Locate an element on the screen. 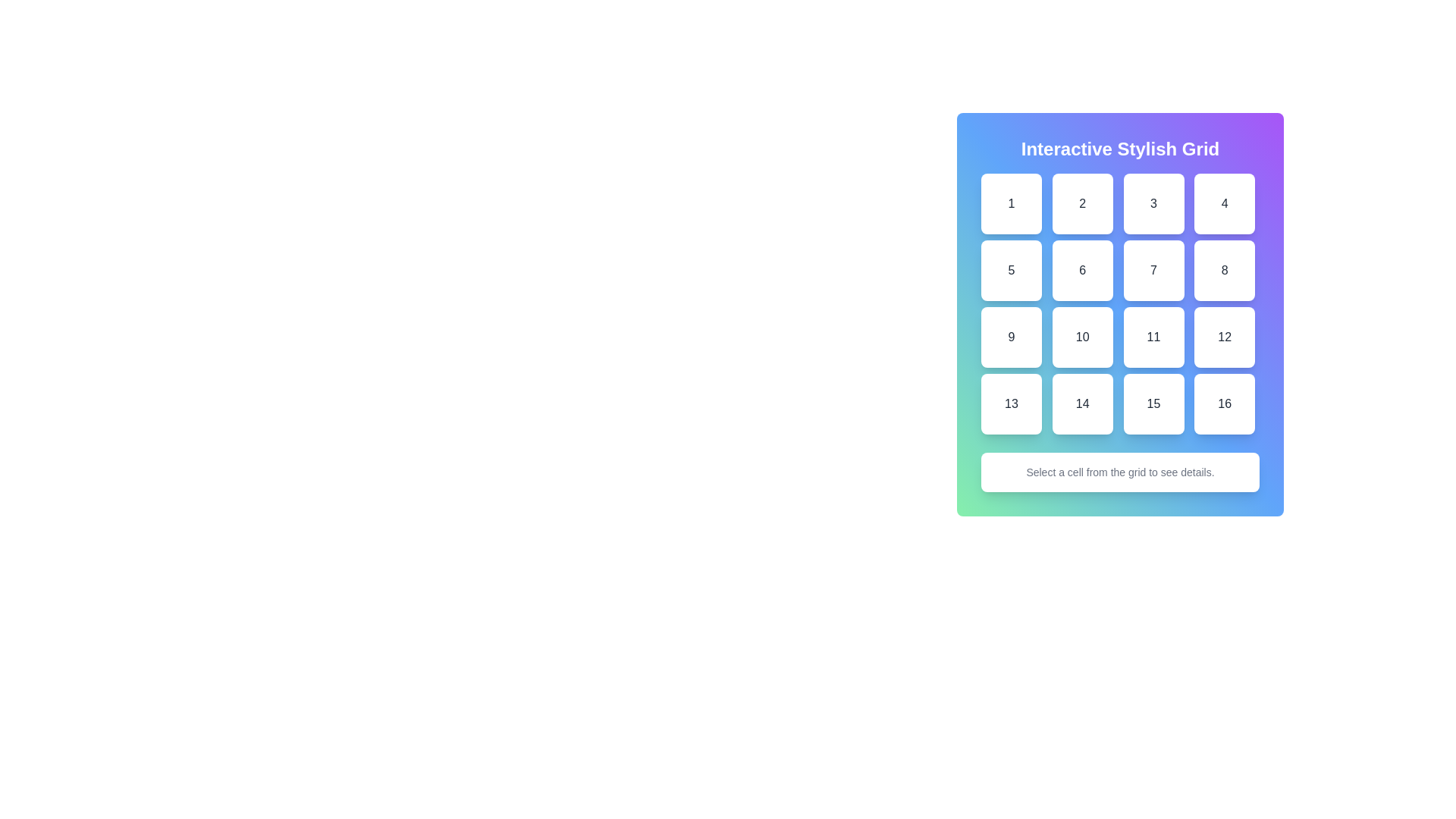 Image resolution: width=1456 pixels, height=819 pixels. the interactive grid cell located in the thirteenth position of a 4x4 grid, which is in the bottom-left corner of the grid is located at coordinates (1012, 403).